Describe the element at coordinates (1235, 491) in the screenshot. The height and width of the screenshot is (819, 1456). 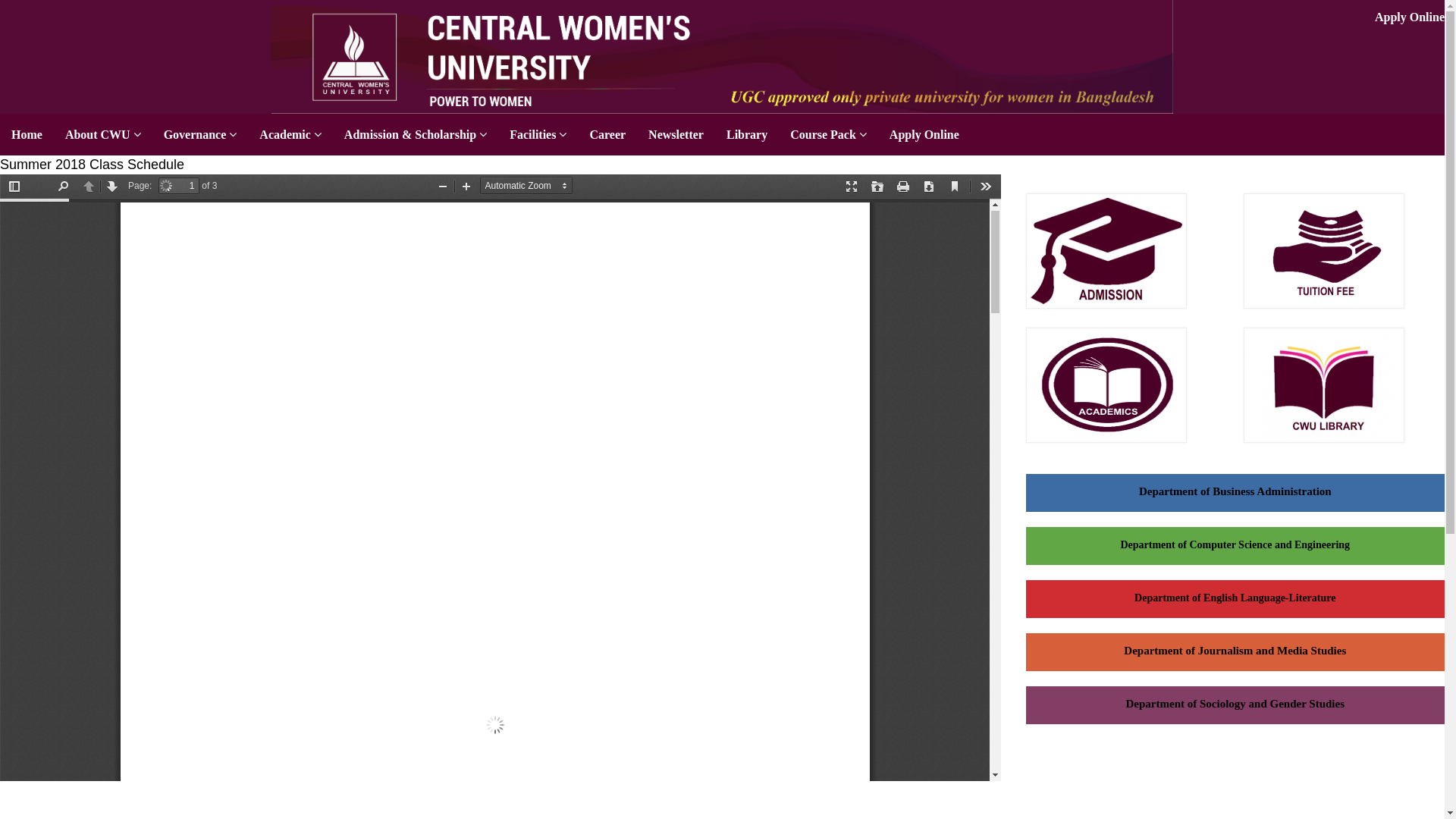
I see `'Department of Business Administration'` at that location.